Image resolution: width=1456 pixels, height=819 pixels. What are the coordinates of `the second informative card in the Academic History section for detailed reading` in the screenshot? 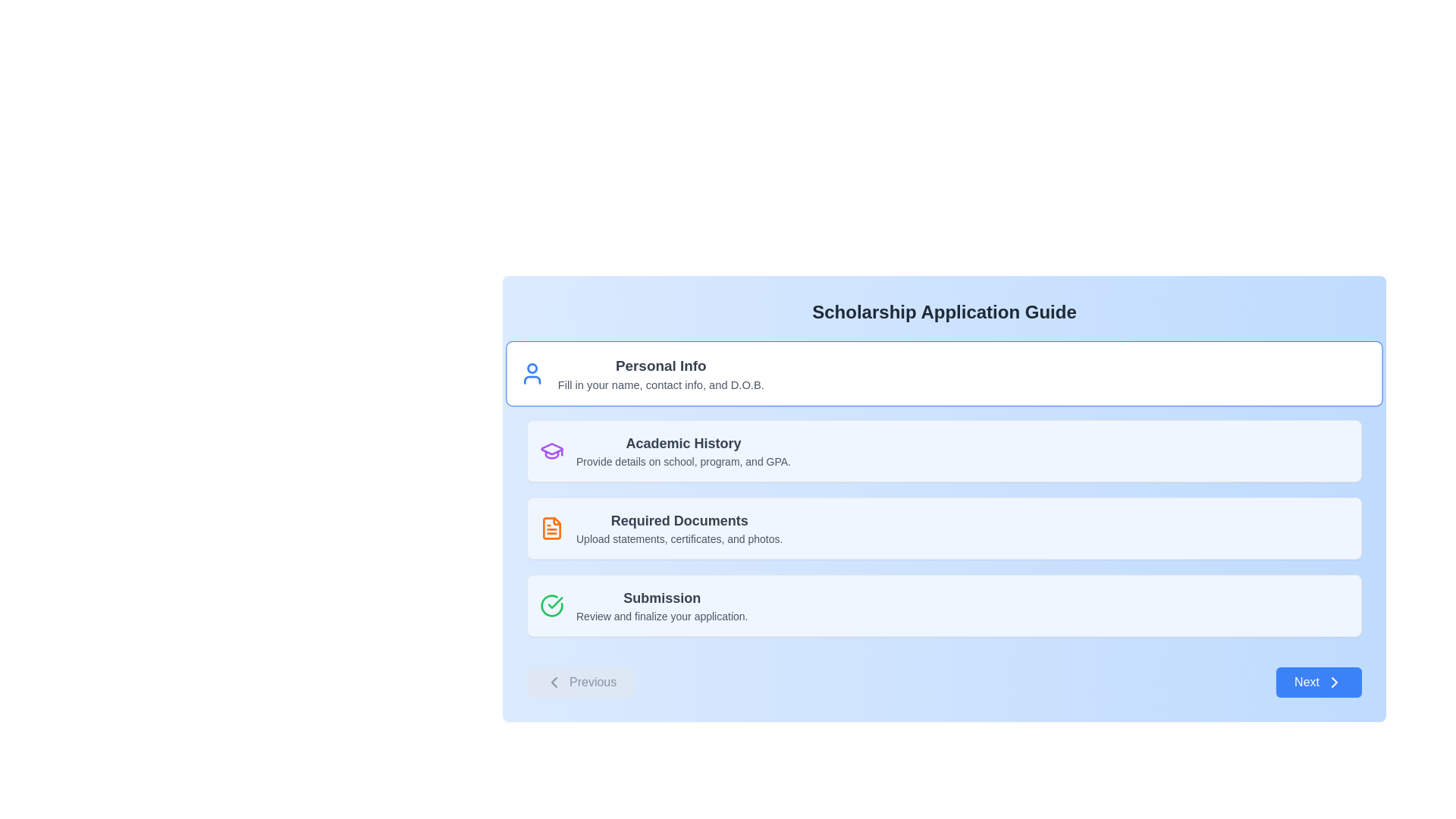 It's located at (943, 450).